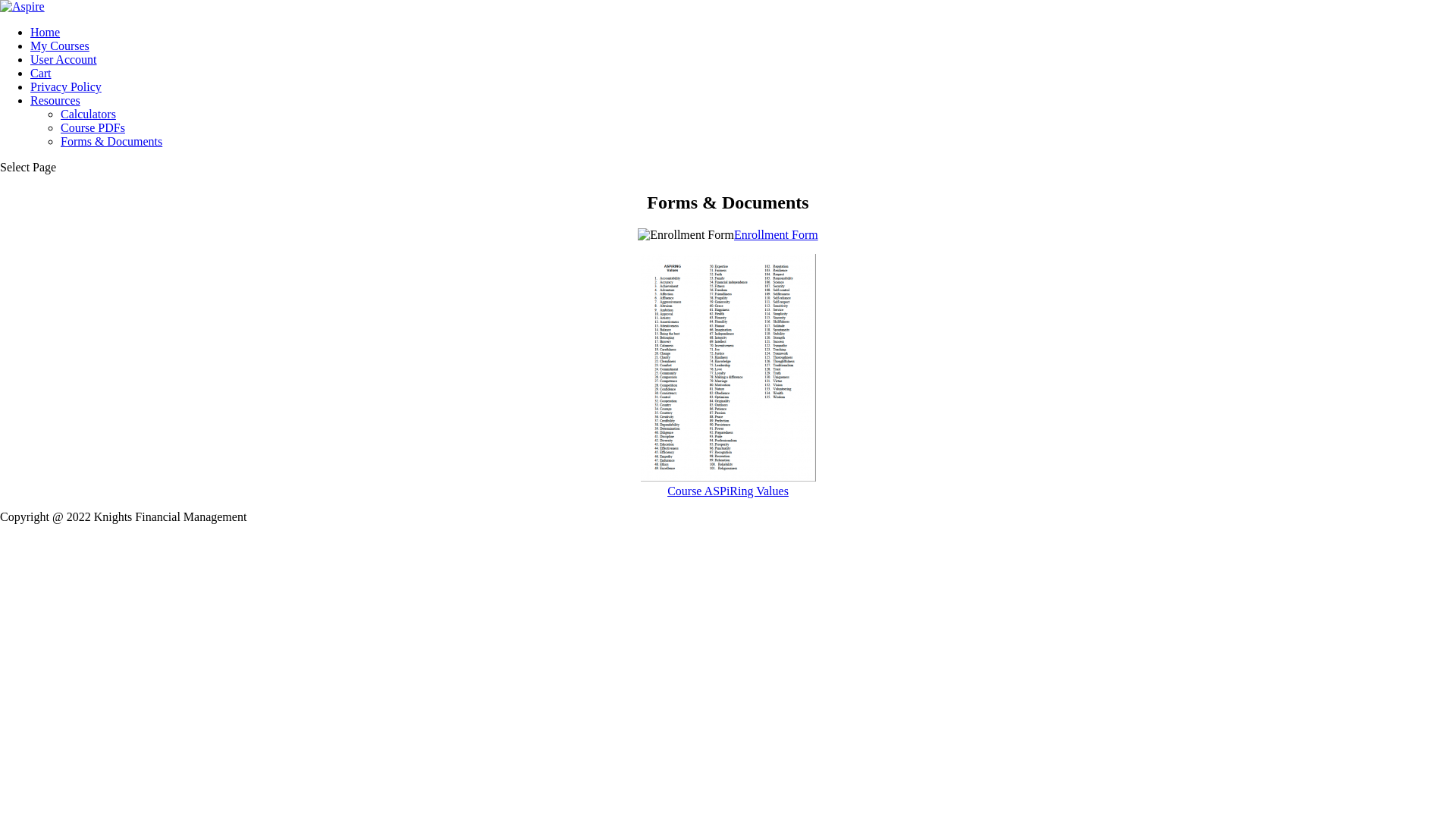 The height and width of the screenshot is (819, 1456). What do you see at coordinates (726, 484) in the screenshot?
I see `'Course ASPiRing Values'` at bounding box center [726, 484].